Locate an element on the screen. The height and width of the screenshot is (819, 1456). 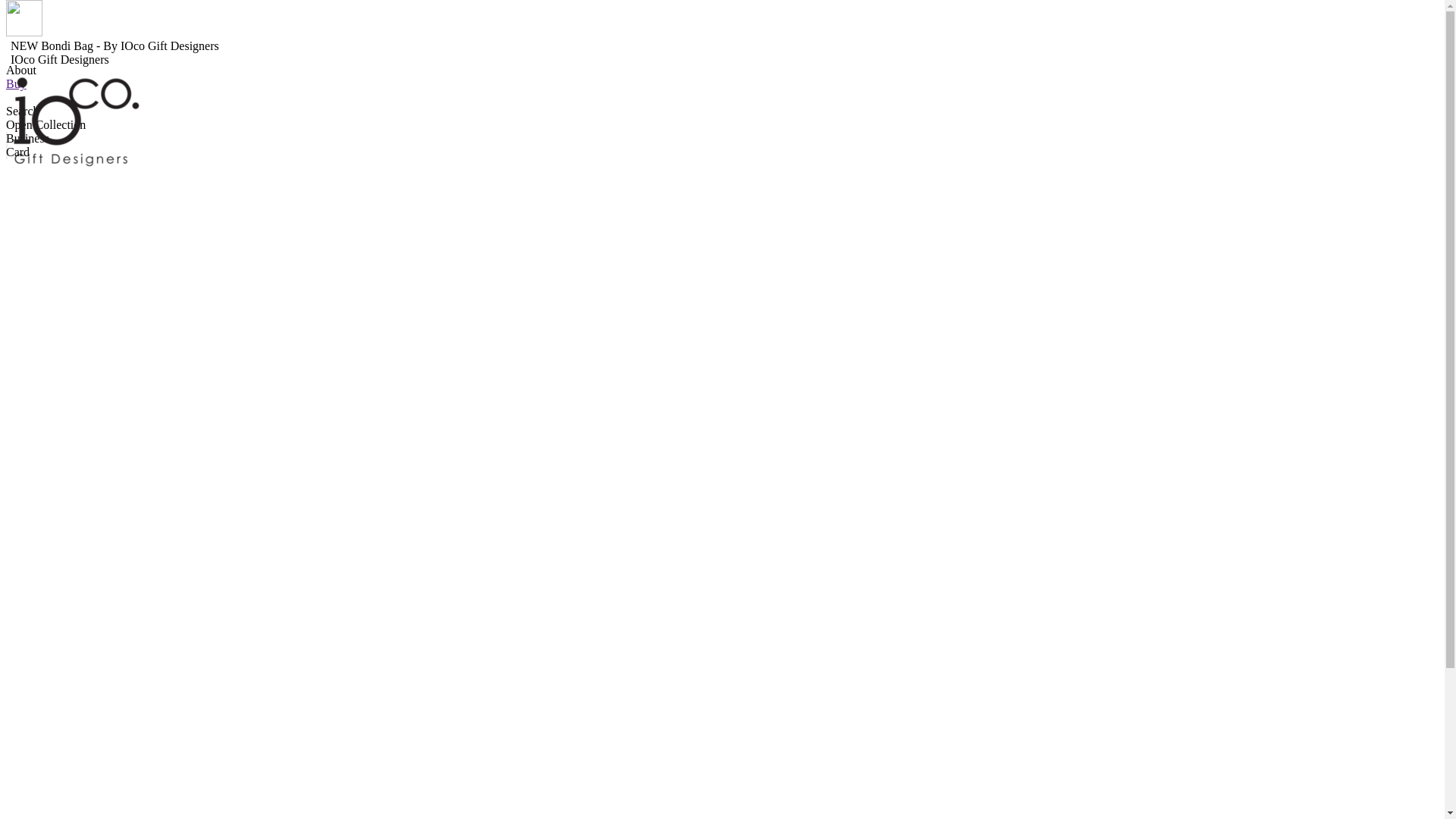
'Business Card' is located at coordinates (27, 145).